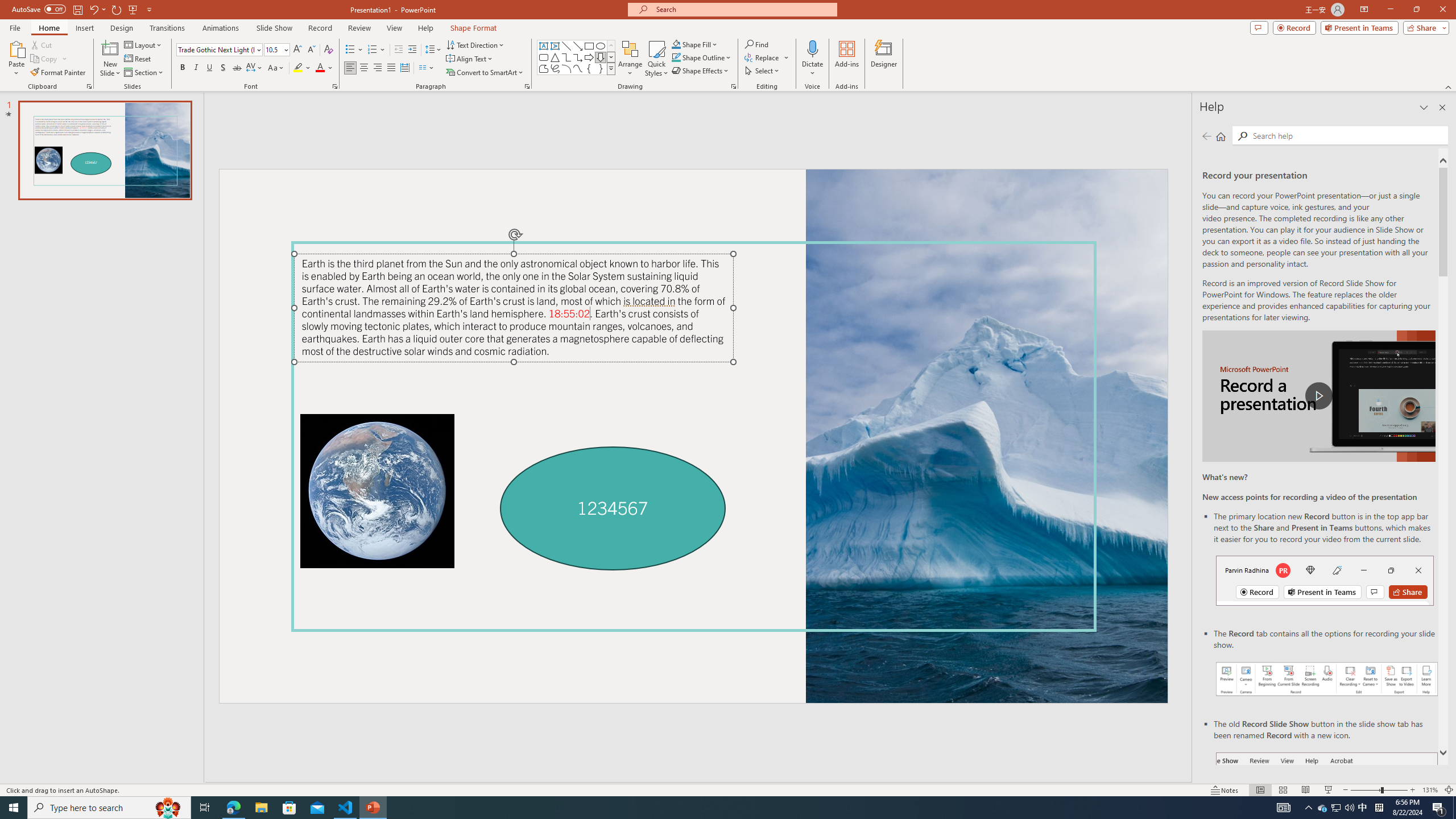 Image resolution: width=1456 pixels, height=819 pixels. What do you see at coordinates (1326, 678) in the screenshot?
I see `'Record your presentations screenshot one'` at bounding box center [1326, 678].